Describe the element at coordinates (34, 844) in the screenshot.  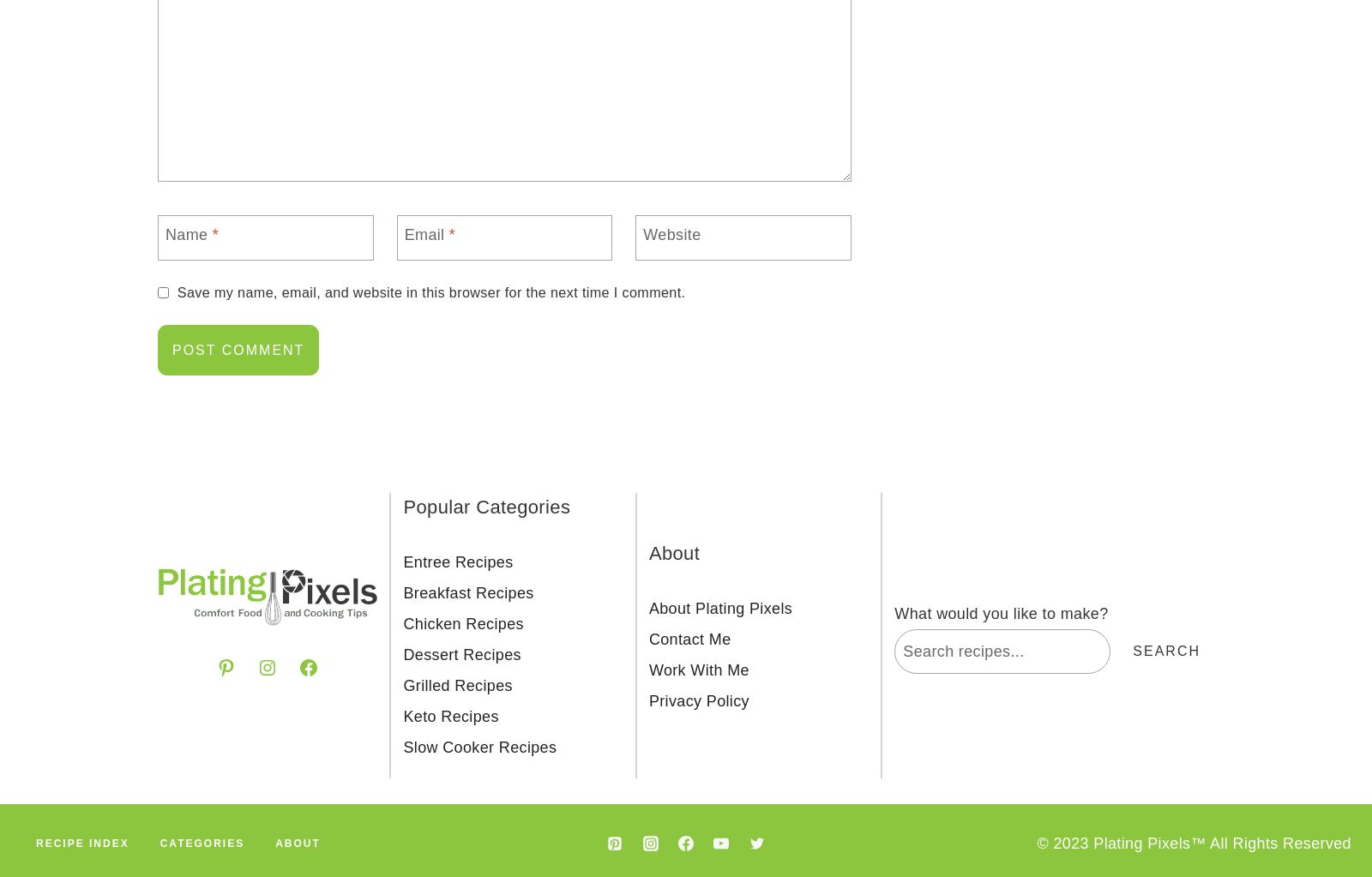
I see `'Recipe Index'` at that location.